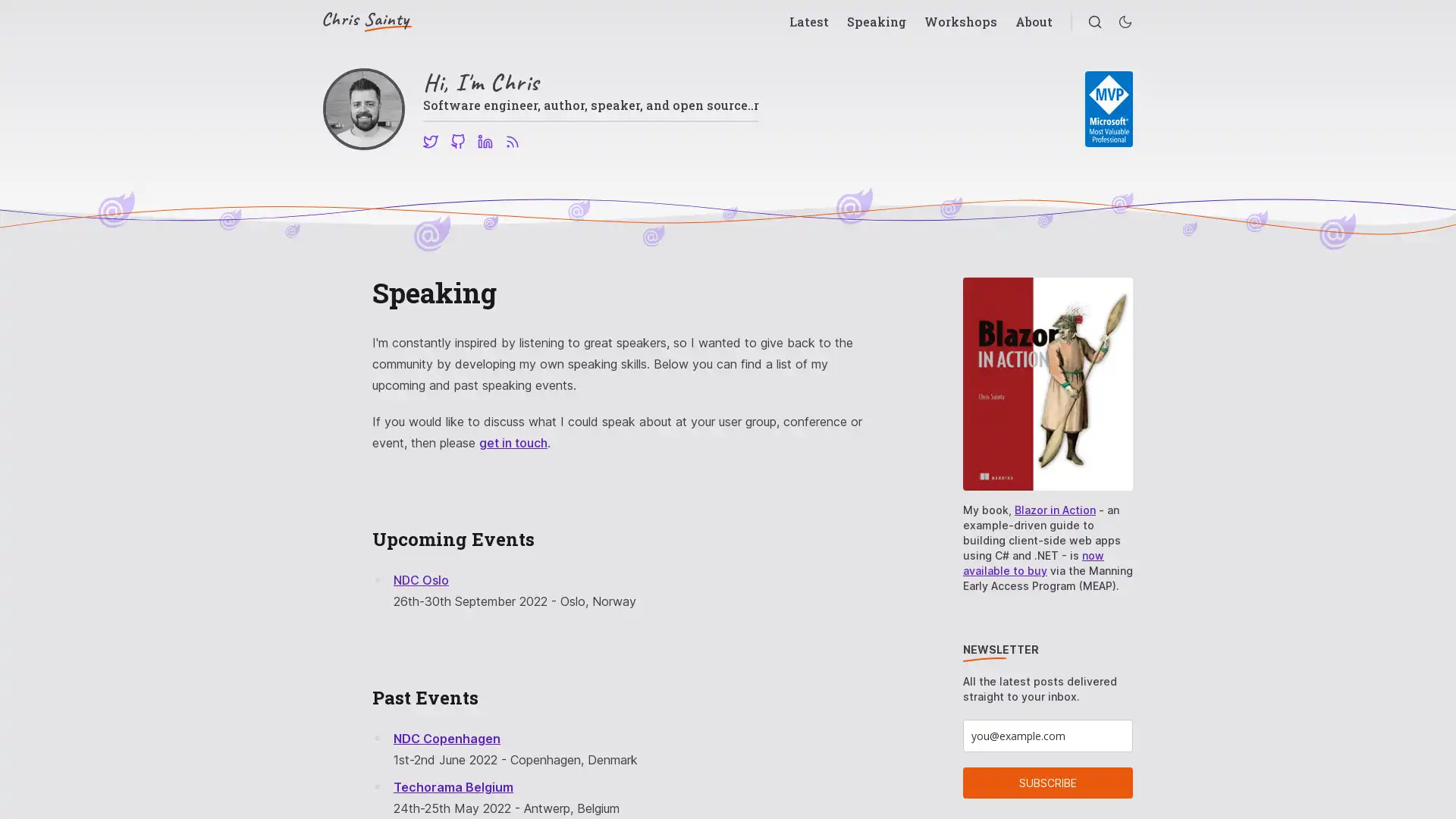 This screenshot has height=819, width=1456. I want to click on SUBSCRIBE, so click(1047, 783).